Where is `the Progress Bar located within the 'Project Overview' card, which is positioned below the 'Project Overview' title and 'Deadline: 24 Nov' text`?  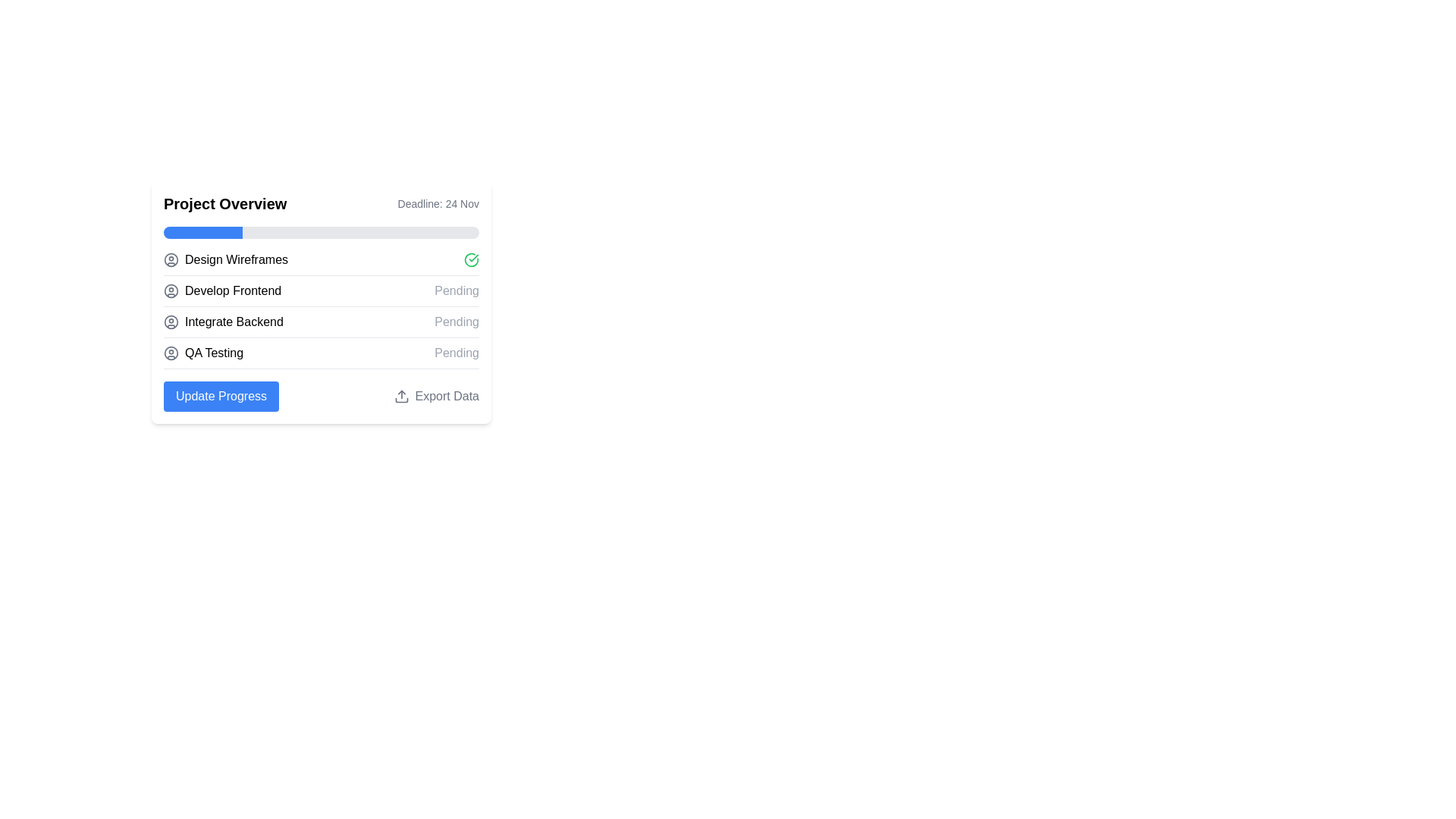
the Progress Bar located within the 'Project Overview' card, which is positioned below the 'Project Overview' title and 'Deadline: 24 Nov' text is located at coordinates (320, 233).